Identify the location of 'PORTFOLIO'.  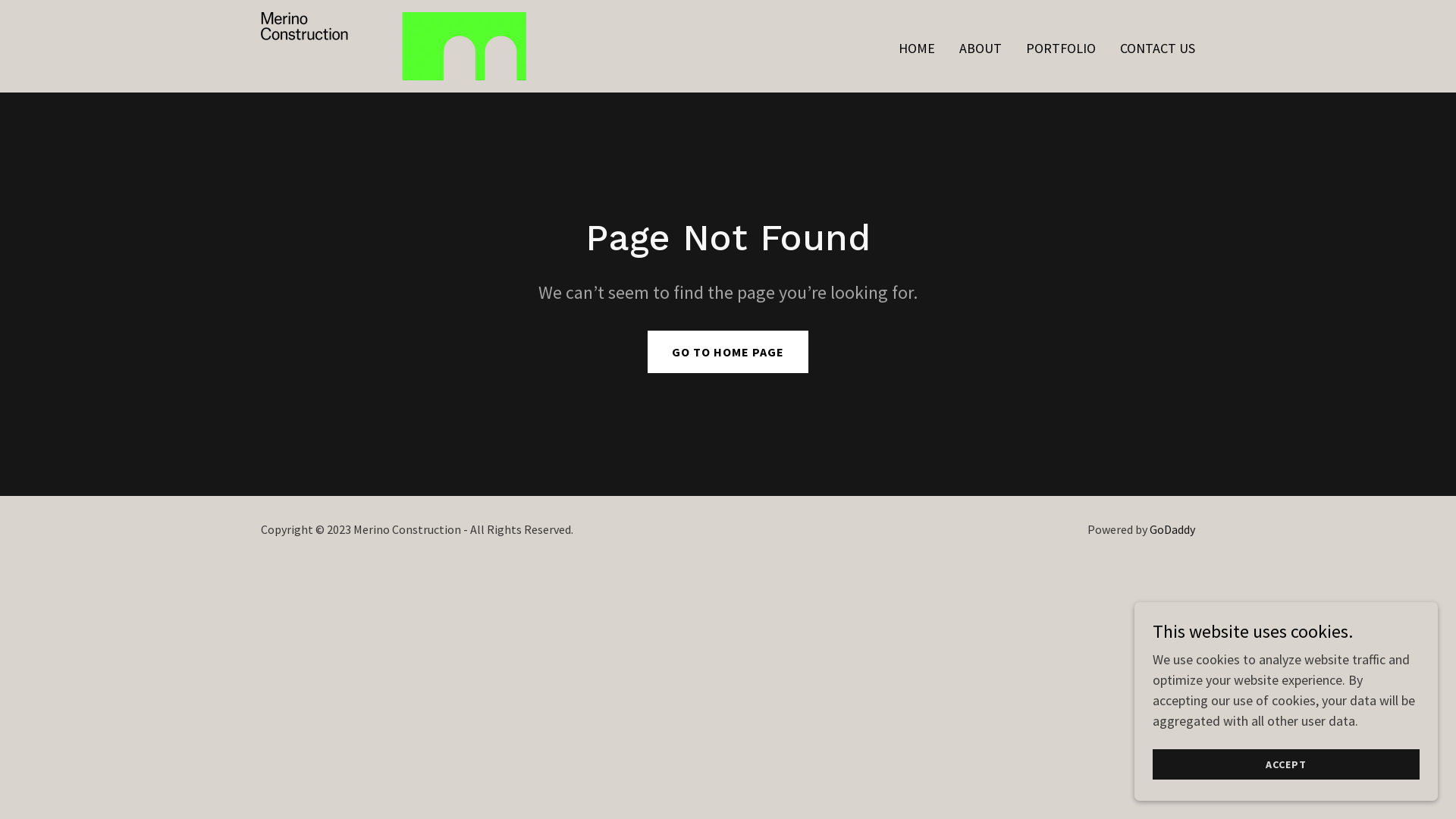
(1059, 48).